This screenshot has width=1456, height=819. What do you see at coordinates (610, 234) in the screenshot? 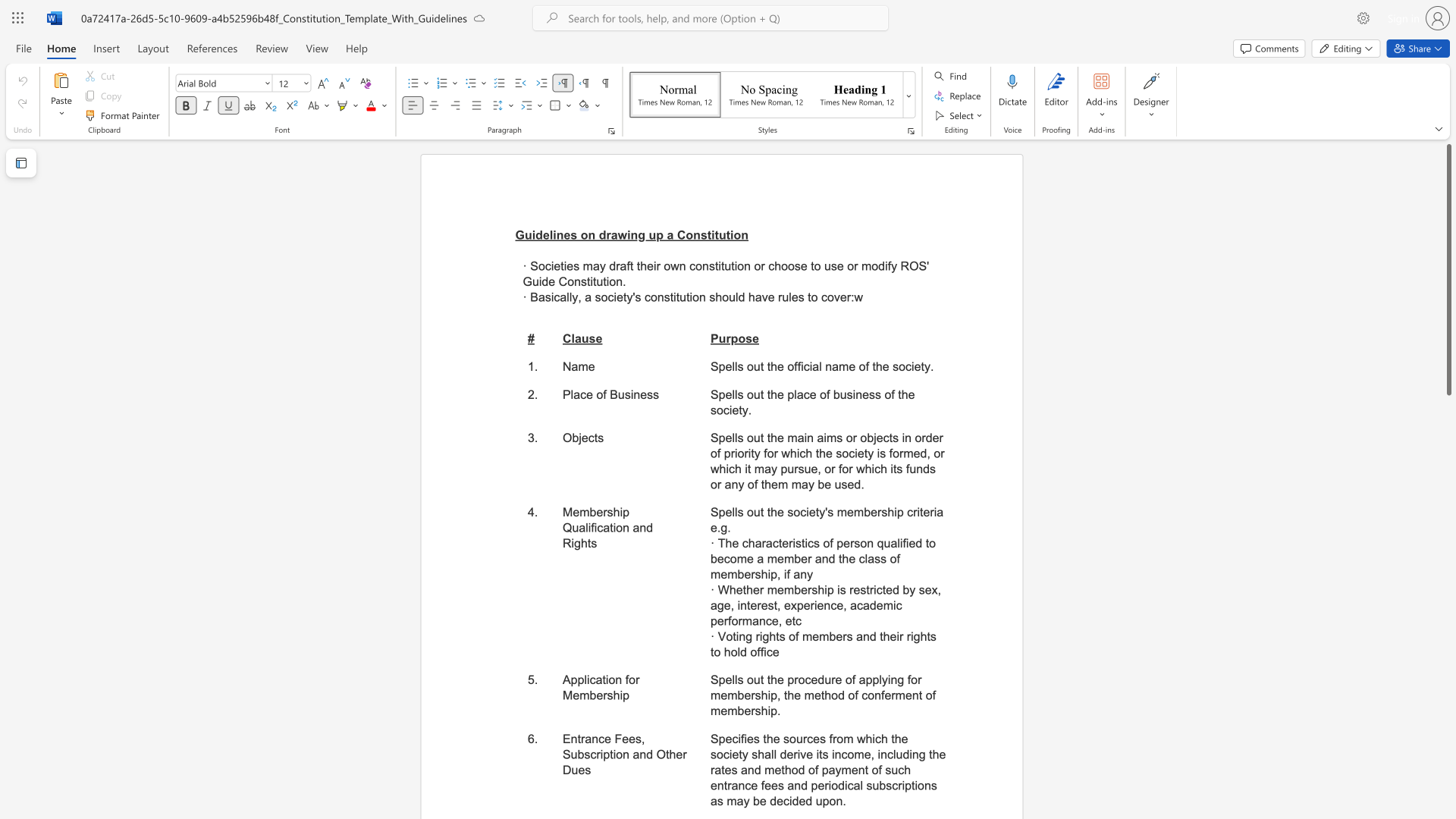
I see `the subset text "awing up a Constitu" within the text "Guidelines on drawing up a Constitution"` at bounding box center [610, 234].